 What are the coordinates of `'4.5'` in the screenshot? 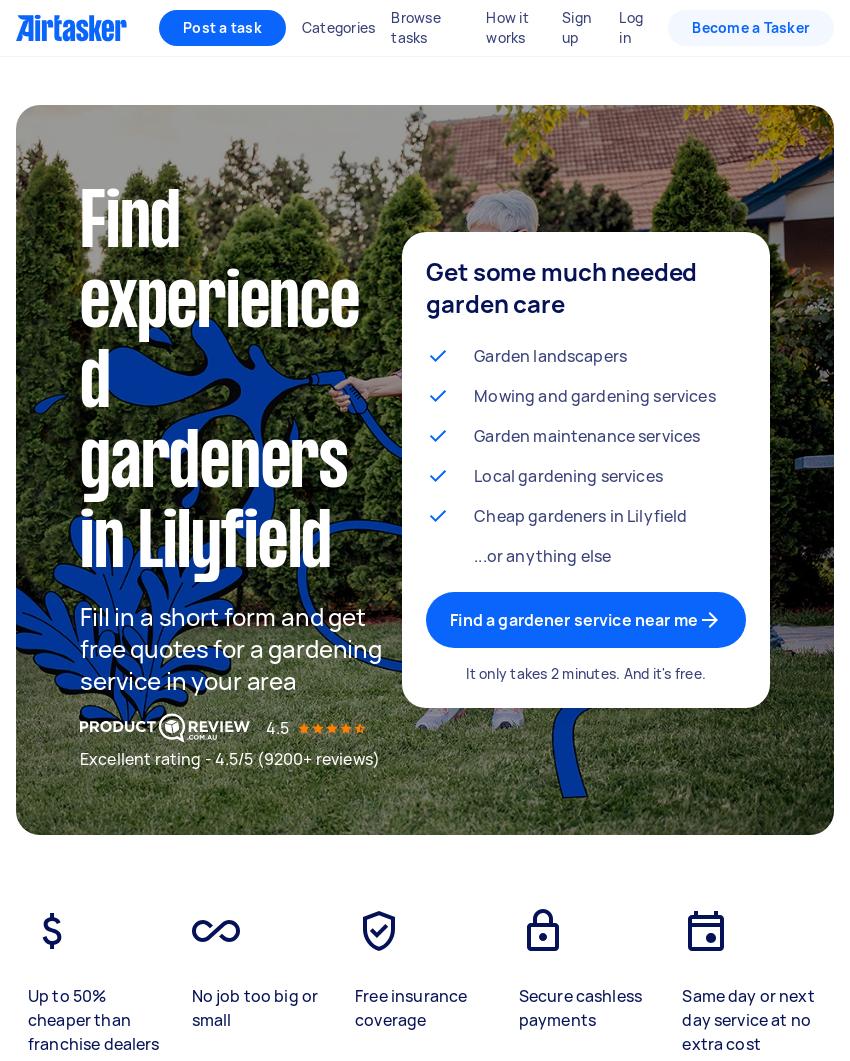 It's located at (276, 727).